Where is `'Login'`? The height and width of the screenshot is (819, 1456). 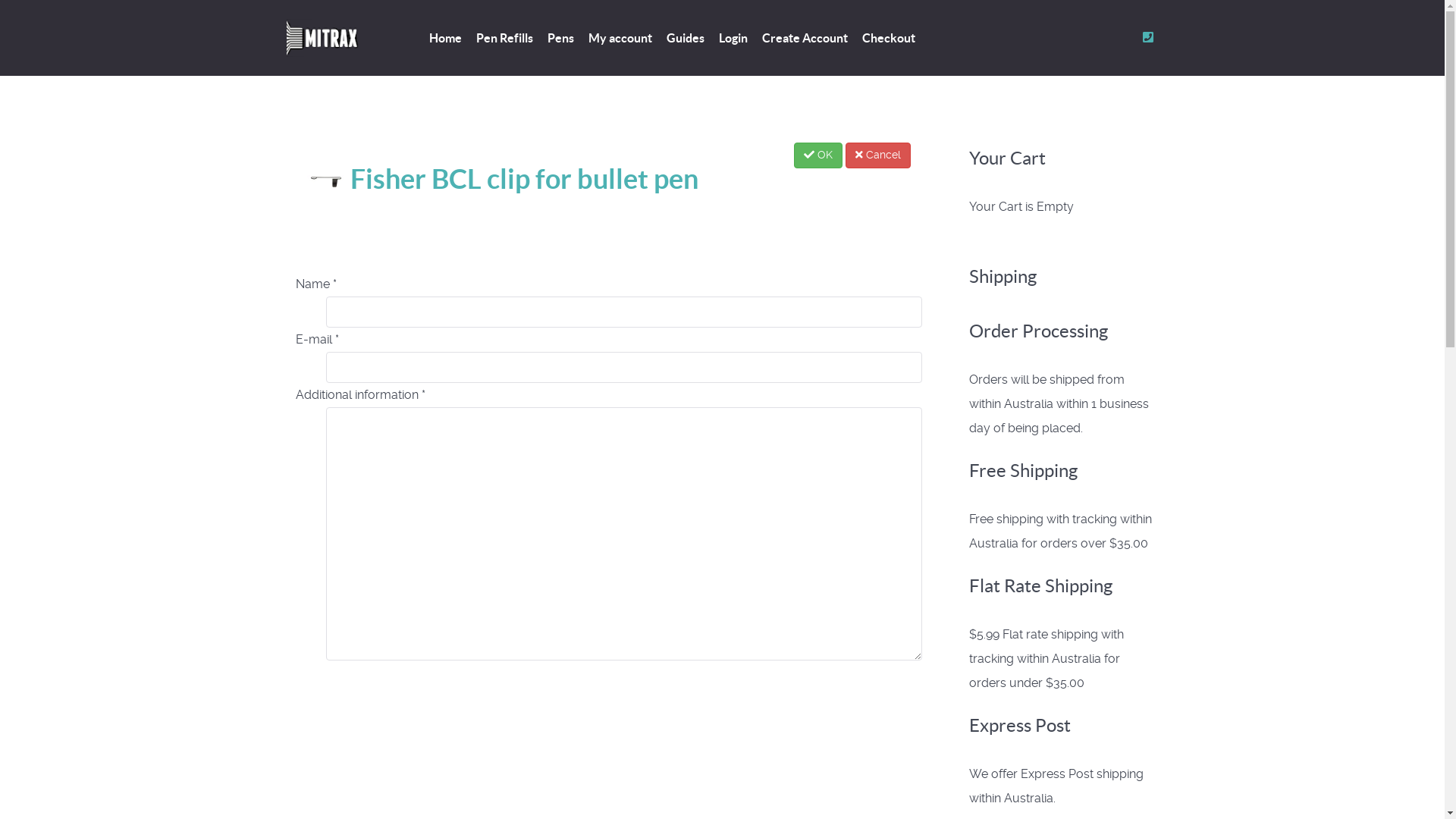 'Login' is located at coordinates (733, 38).